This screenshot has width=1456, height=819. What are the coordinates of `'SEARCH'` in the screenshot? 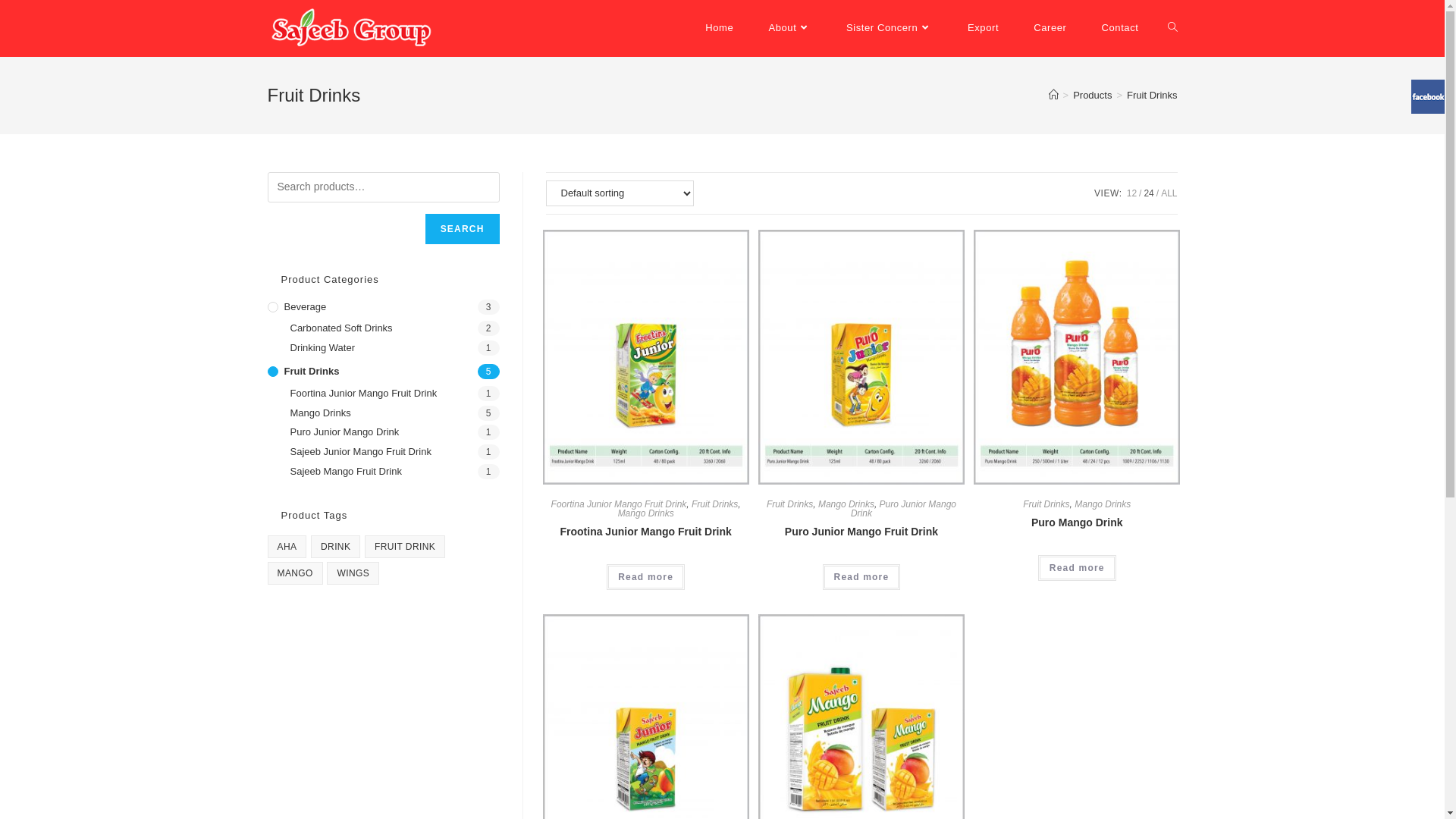 It's located at (425, 228).